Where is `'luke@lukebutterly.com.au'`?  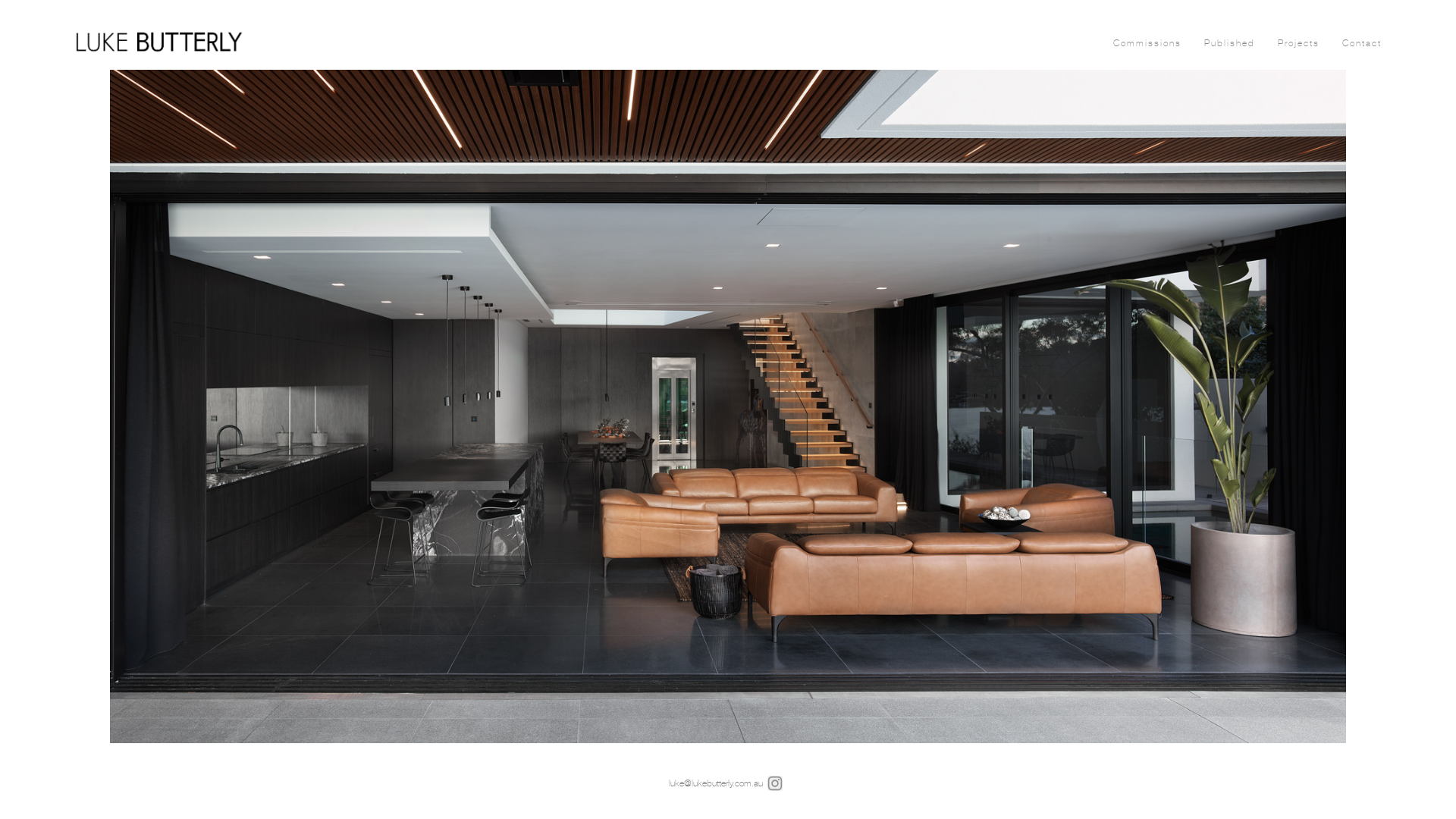
'luke@lukebutterly.com.au' is located at coordinates (668, 783).